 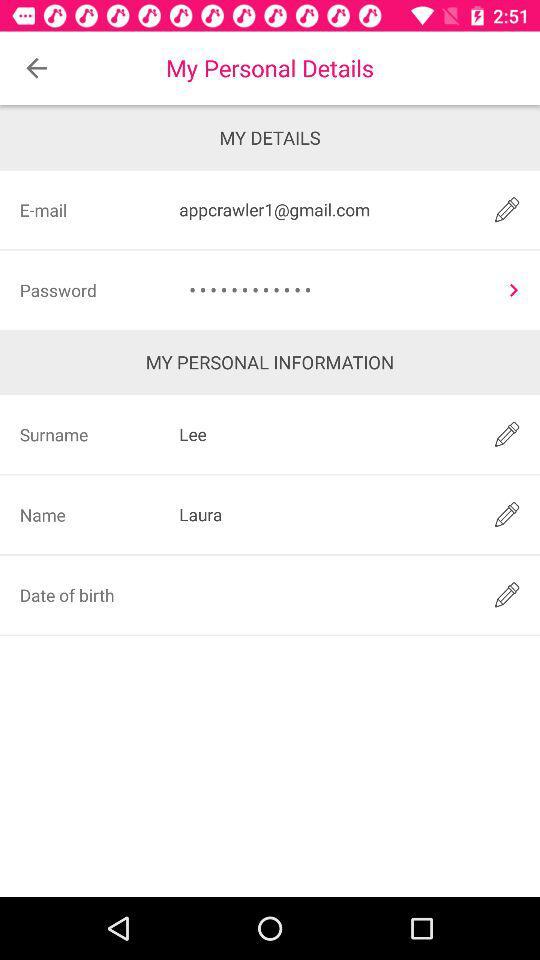 I want to click on edit surname, so click(x=507, y=434).